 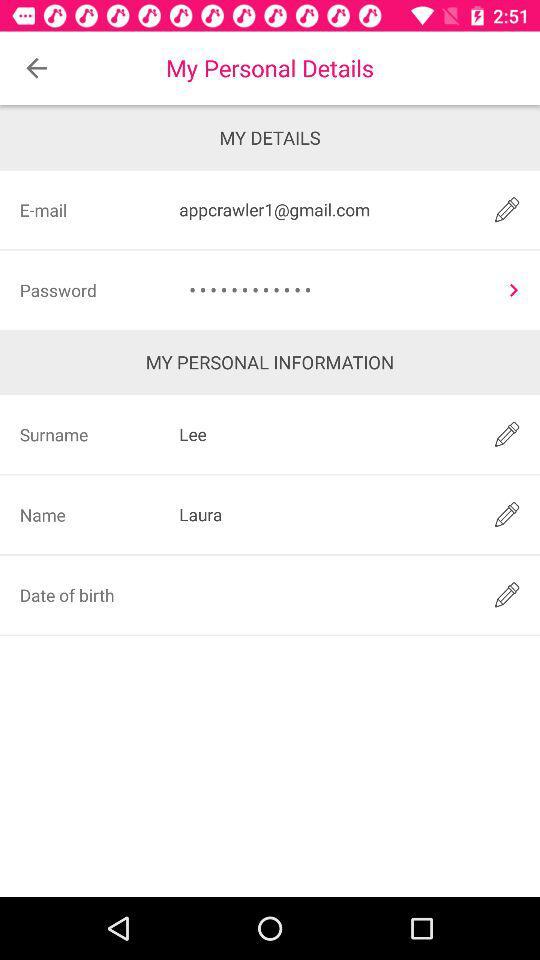 I want to click on edit surname, so click(x=507, y=434).